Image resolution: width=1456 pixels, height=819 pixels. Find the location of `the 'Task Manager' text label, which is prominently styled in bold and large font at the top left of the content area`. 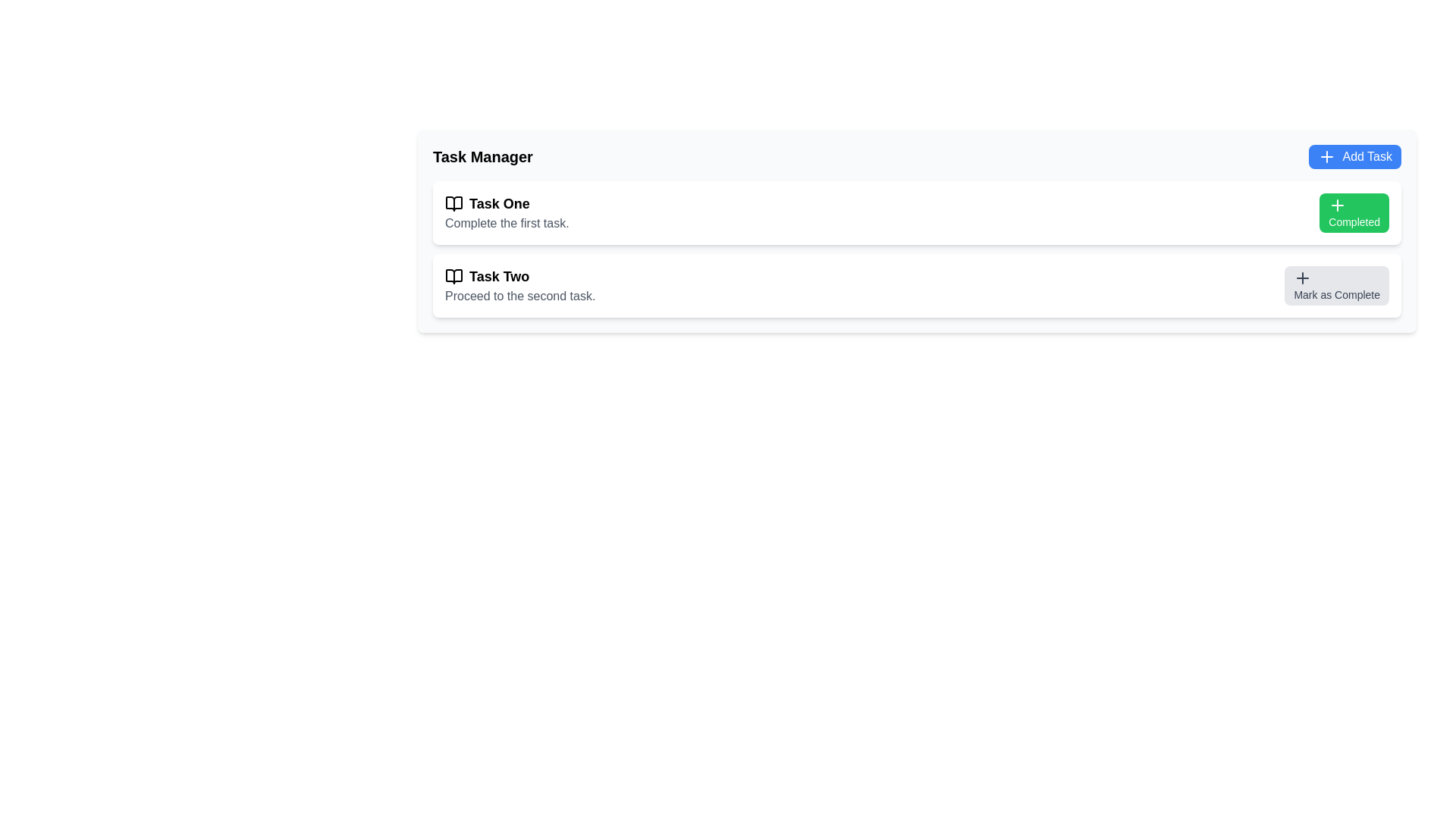

the 'Task Manager' text label, which is prominently styled in bold and large font at the top left of the content area is located at coordinates (482, 157).